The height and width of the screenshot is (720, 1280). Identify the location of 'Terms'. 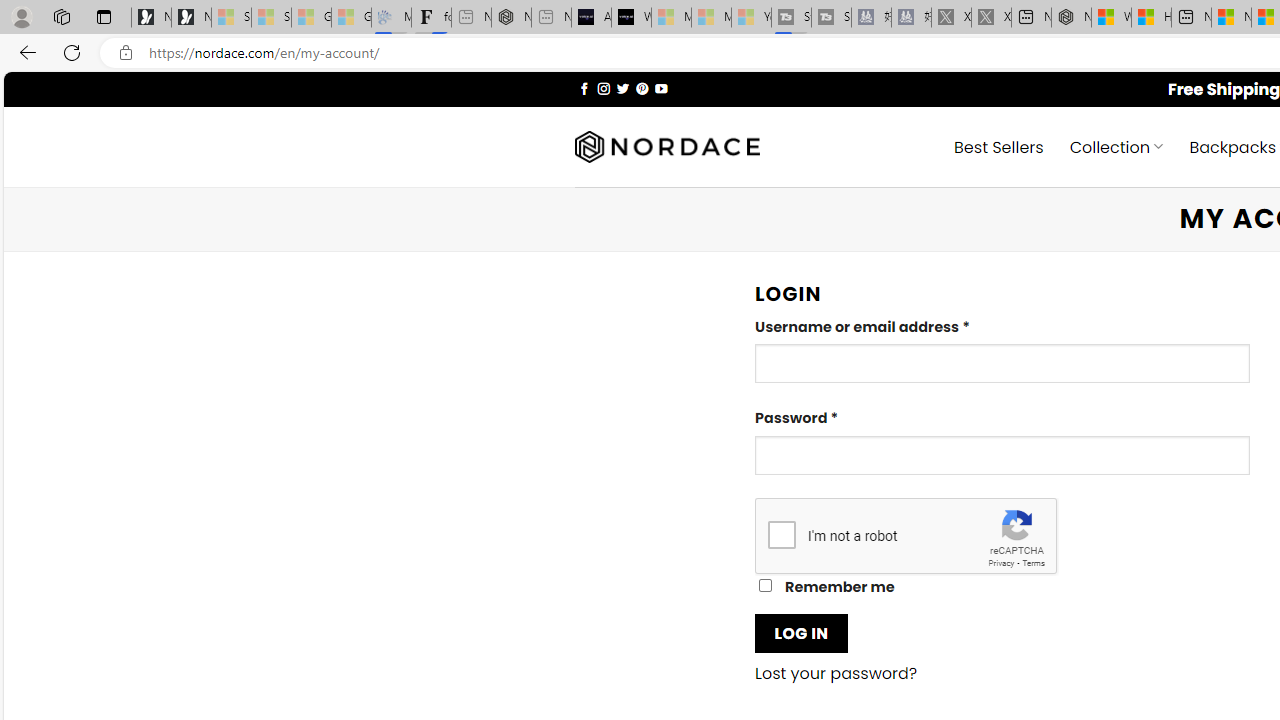
(1033, 563).